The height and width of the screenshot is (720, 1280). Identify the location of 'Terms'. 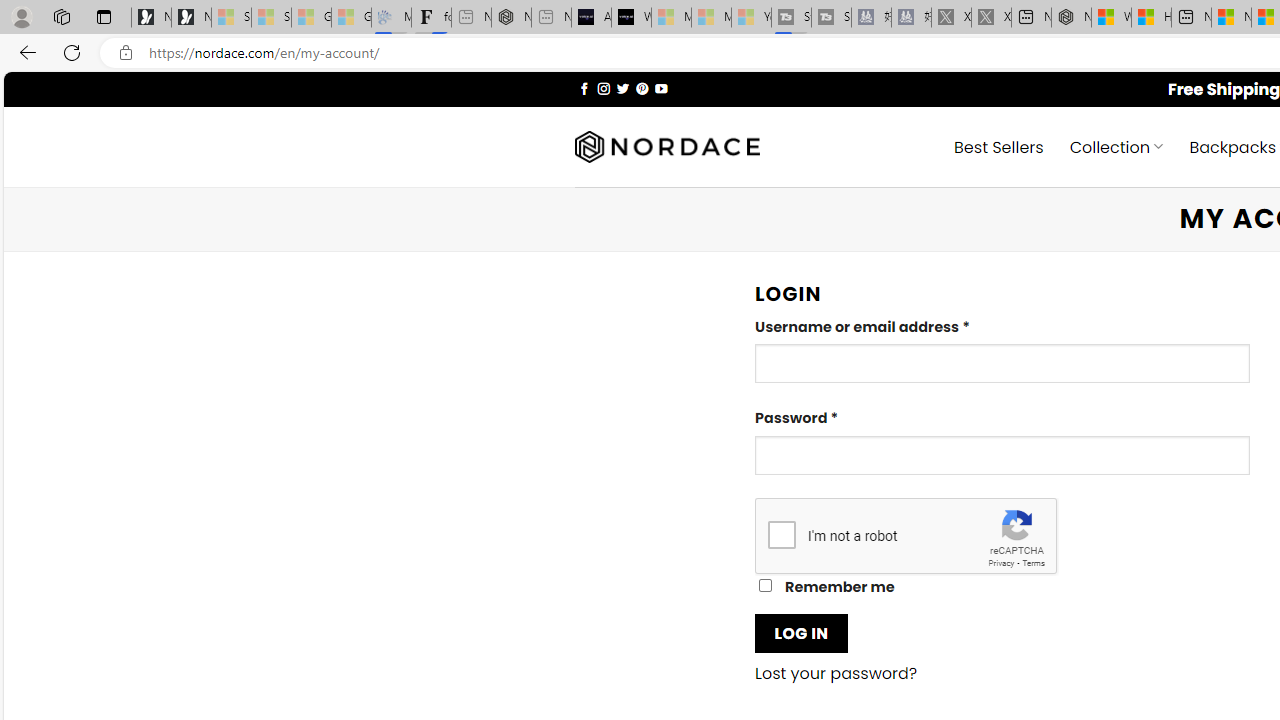
(1033, 563).